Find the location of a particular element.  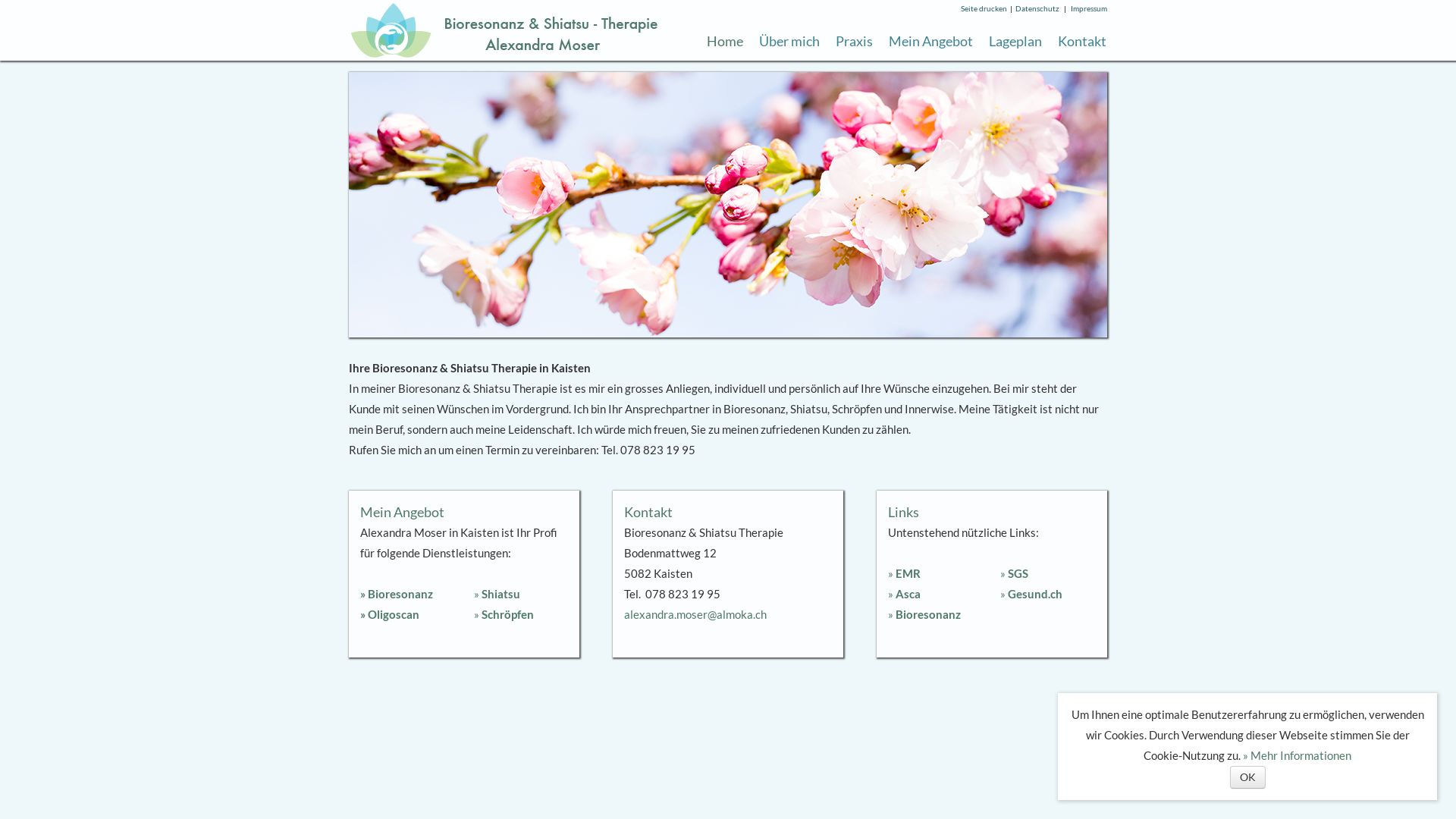

'Datenschutz' is located at coordinates (1037, 8).